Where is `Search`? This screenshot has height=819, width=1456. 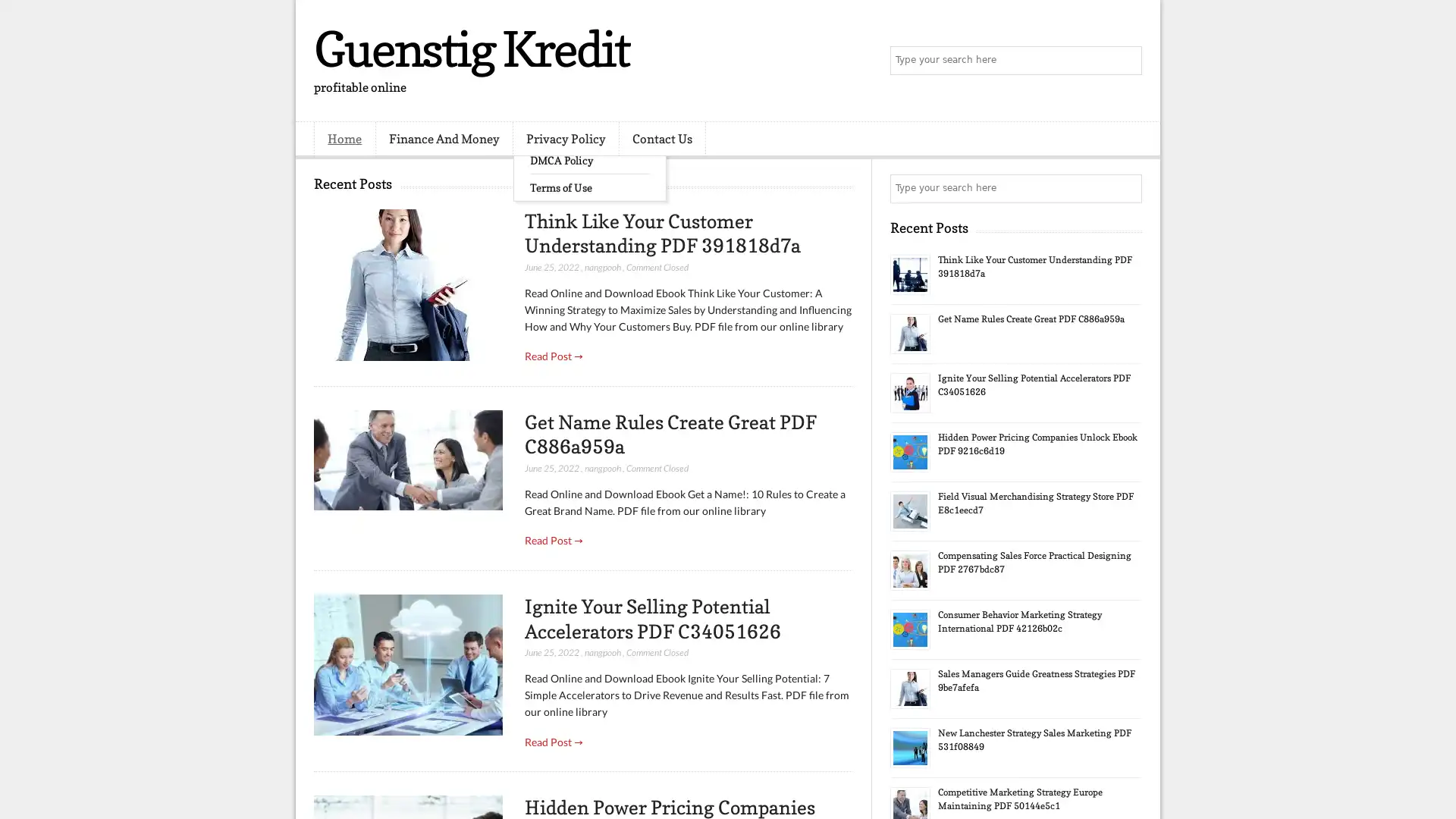
Search is located at coordinates (1126, 188).